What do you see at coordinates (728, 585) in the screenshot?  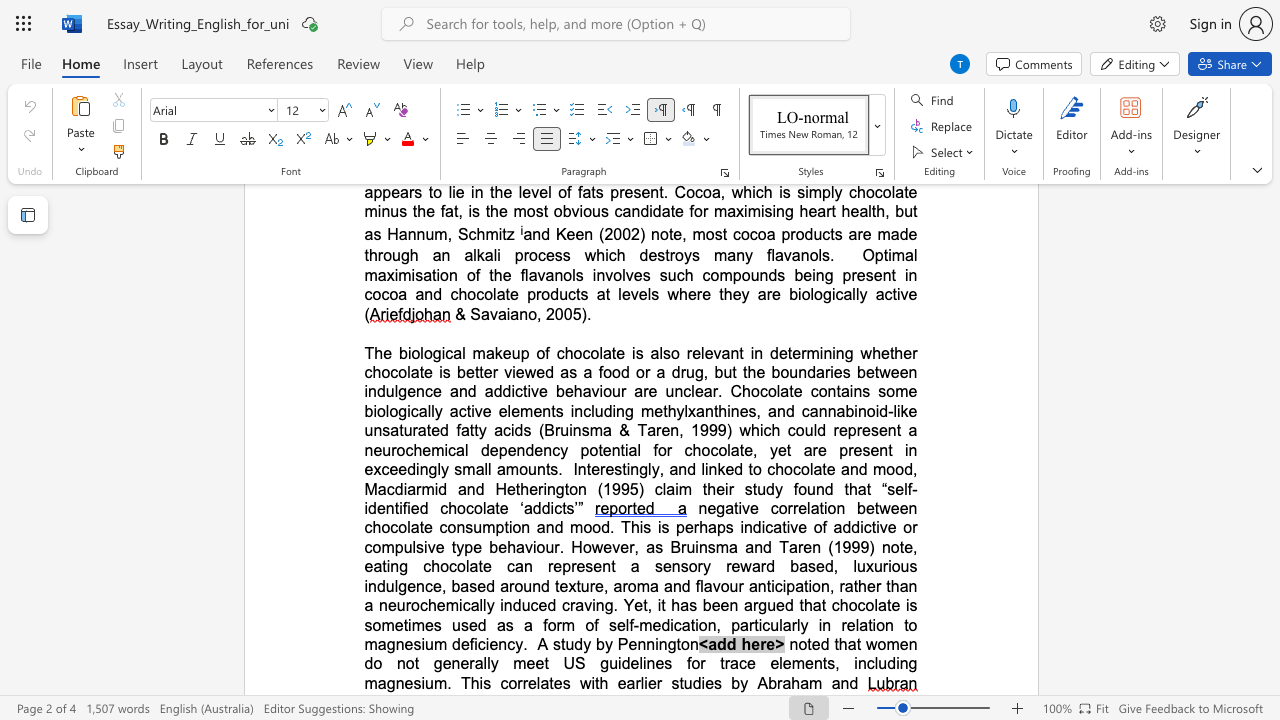 I see `the space between the continuous character "o" and "u" in the text` at bounding box center [728, 585].